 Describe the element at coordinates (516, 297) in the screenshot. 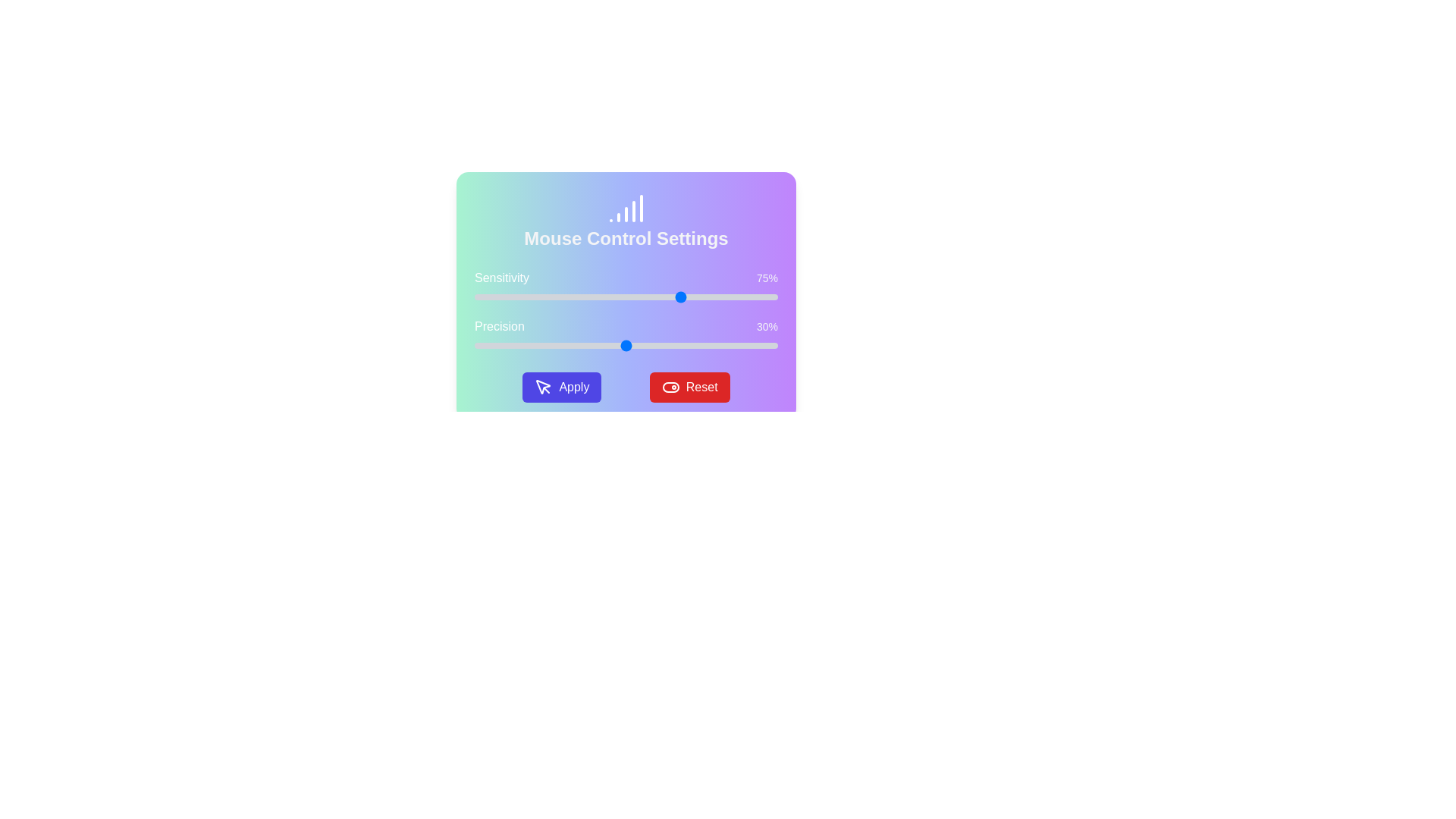

I see `the sensitivity` at that location.